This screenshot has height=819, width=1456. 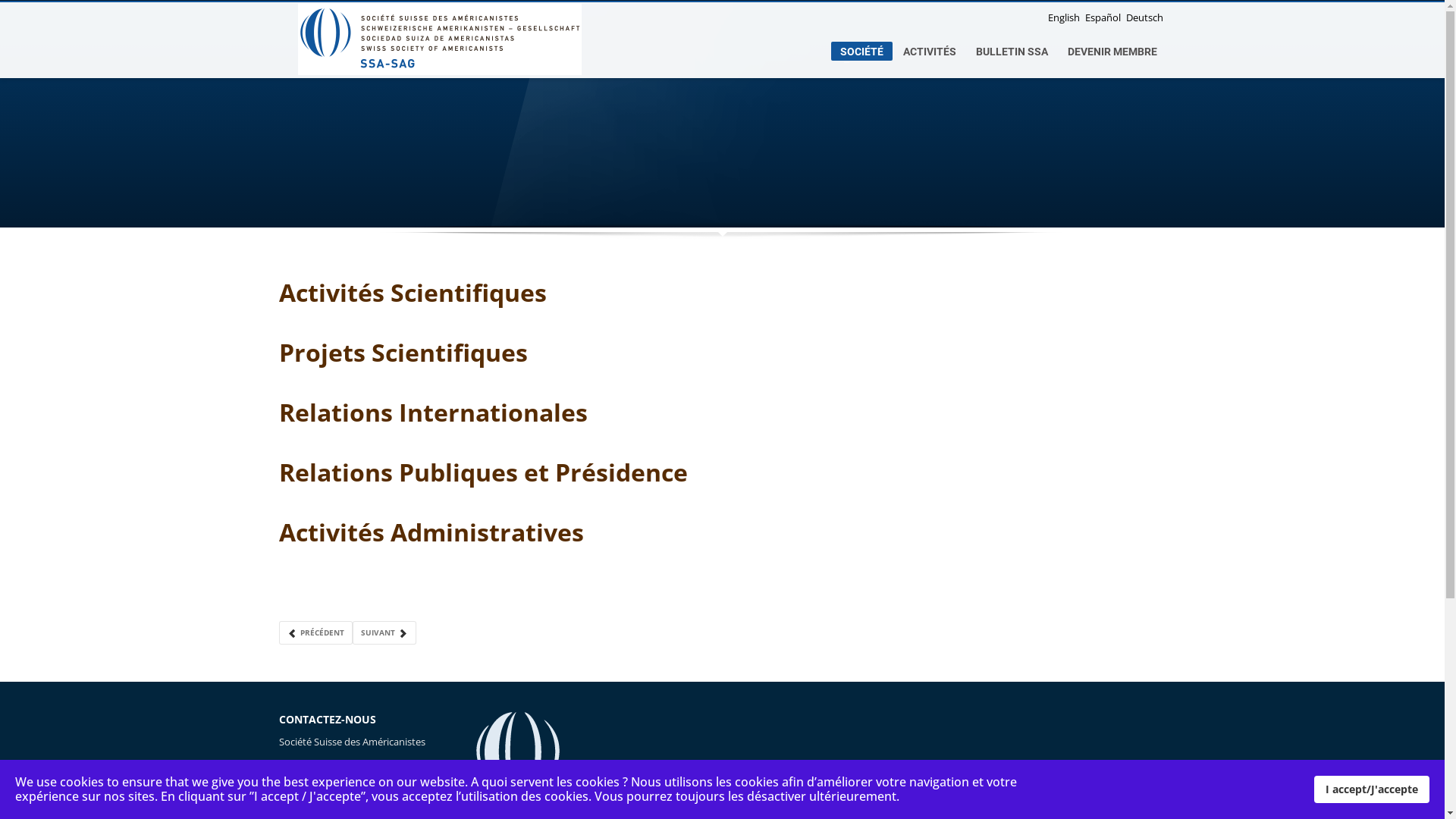 What do you see at coordinates (438, 38) in the screenshot?
I see `'Click to go back Home'` at bounding box center [438, 38].